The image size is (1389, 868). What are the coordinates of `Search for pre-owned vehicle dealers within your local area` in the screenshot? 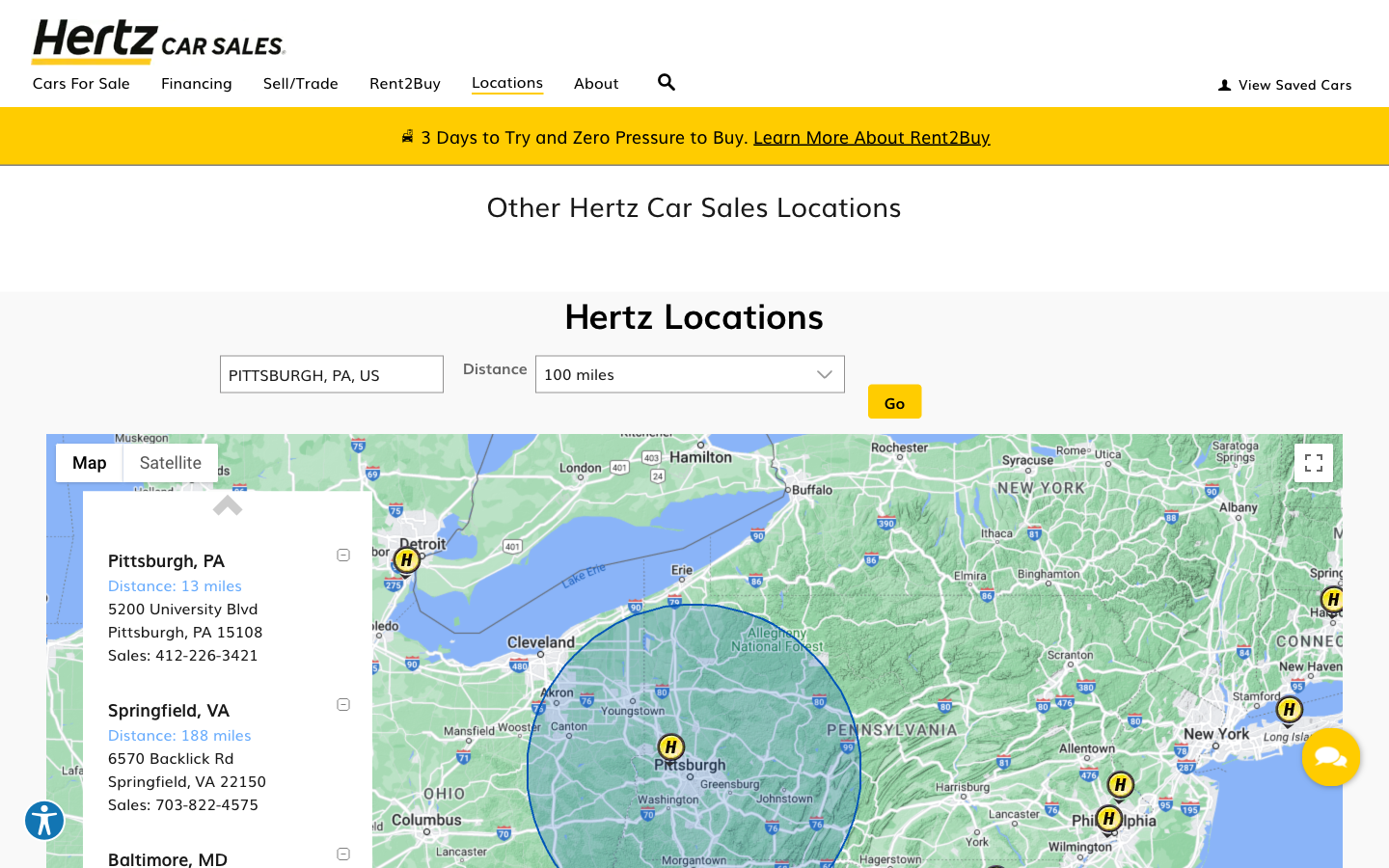 It's located at (667, 75).